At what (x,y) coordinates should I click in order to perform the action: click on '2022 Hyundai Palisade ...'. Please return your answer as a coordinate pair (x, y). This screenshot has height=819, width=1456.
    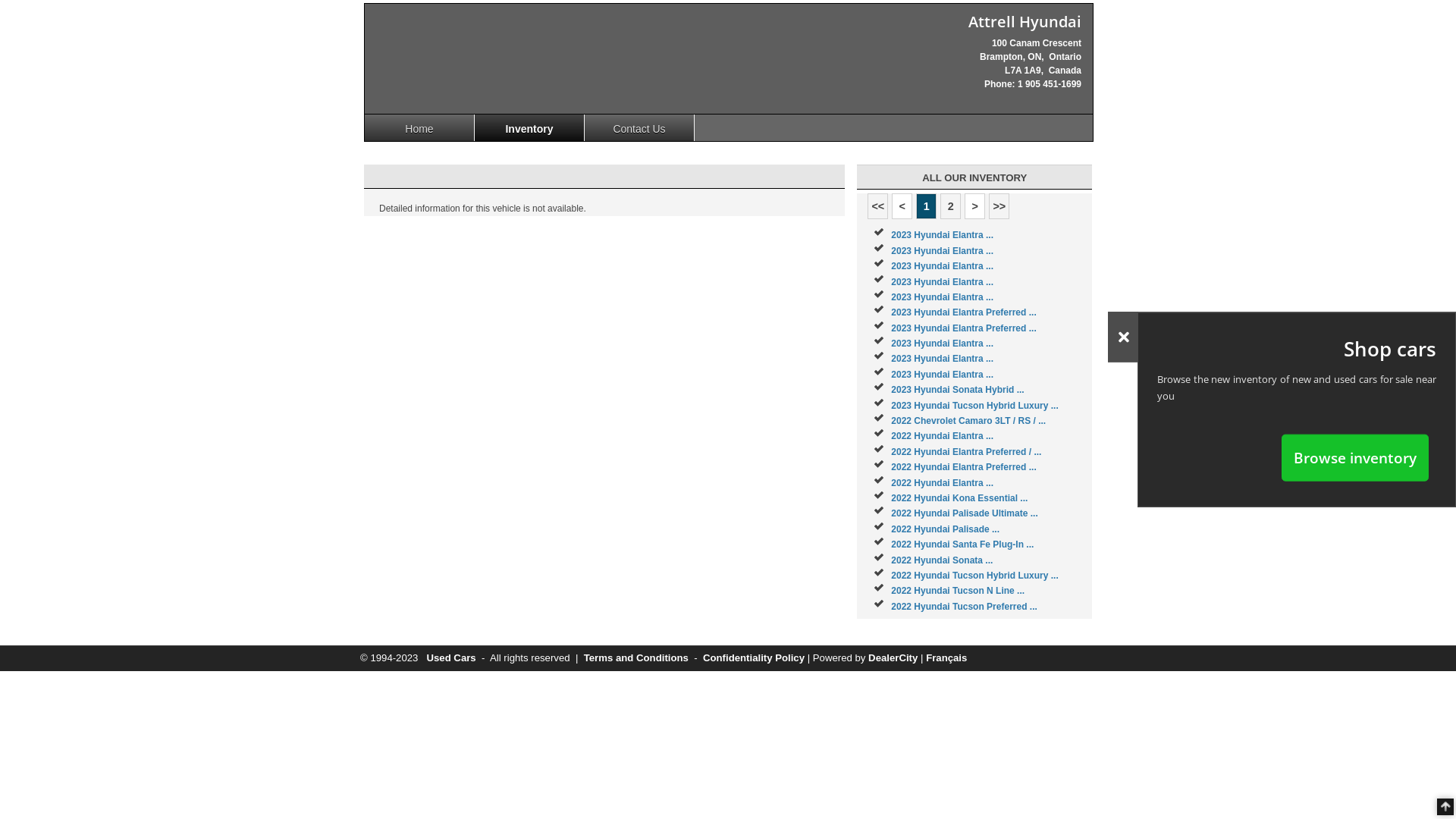
    Looking at the image, I should click on (891, 529).